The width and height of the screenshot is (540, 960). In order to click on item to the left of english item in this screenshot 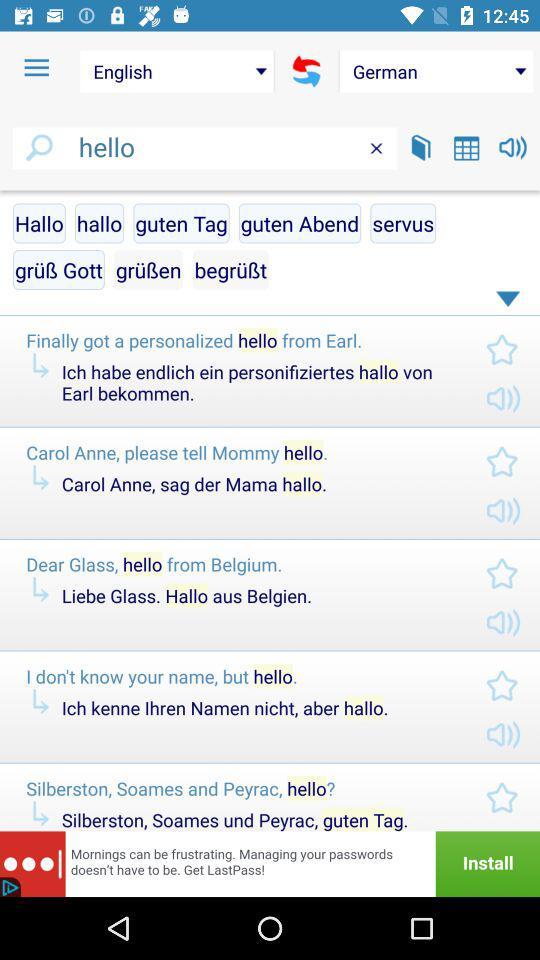, I will do `click(36, 68)`.